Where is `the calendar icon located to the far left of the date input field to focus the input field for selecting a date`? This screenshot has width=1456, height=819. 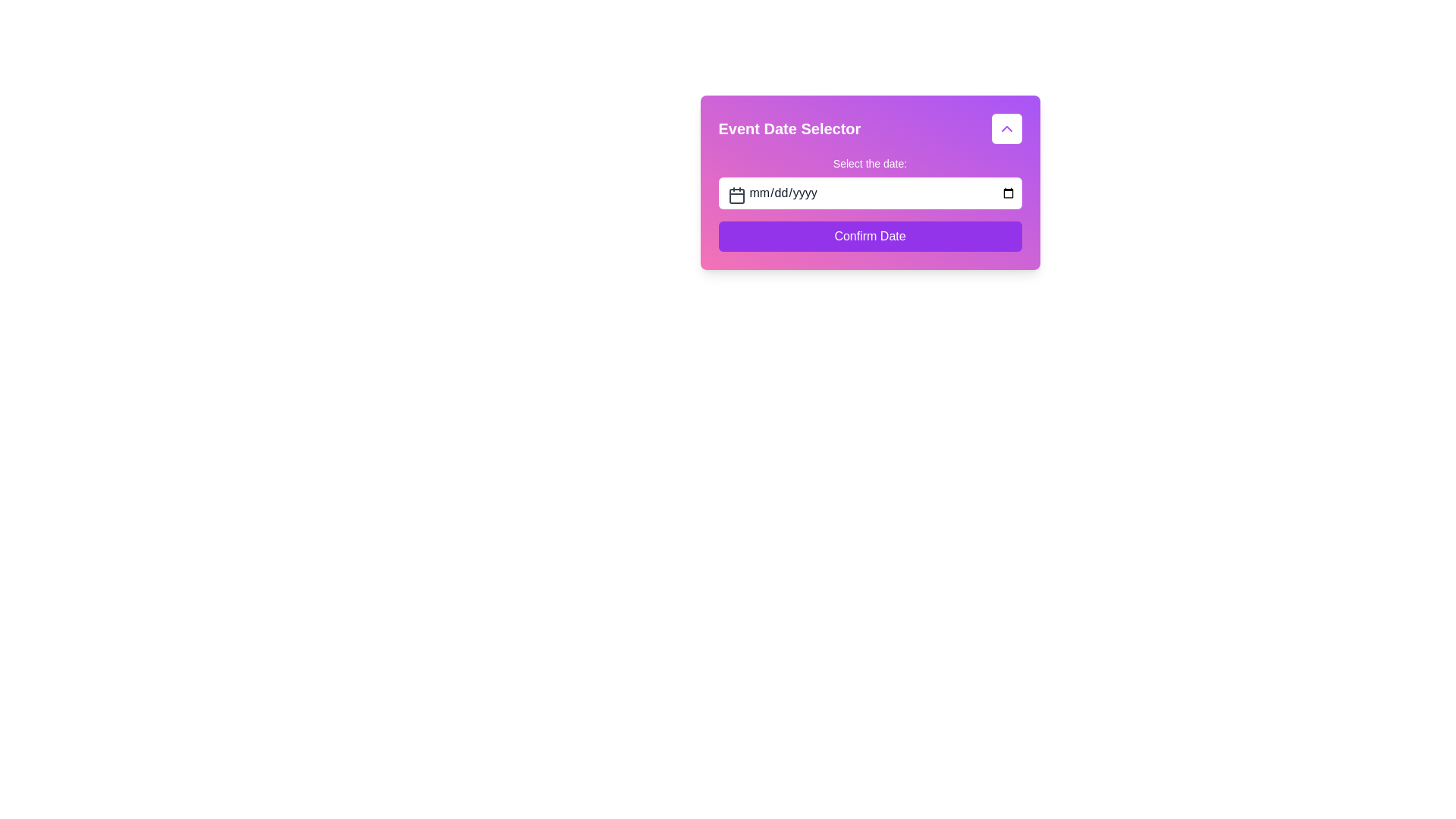
the calendar icon located to the far left of the date input field to focus the input field for selecting a date is located at coordinates (736, 195).